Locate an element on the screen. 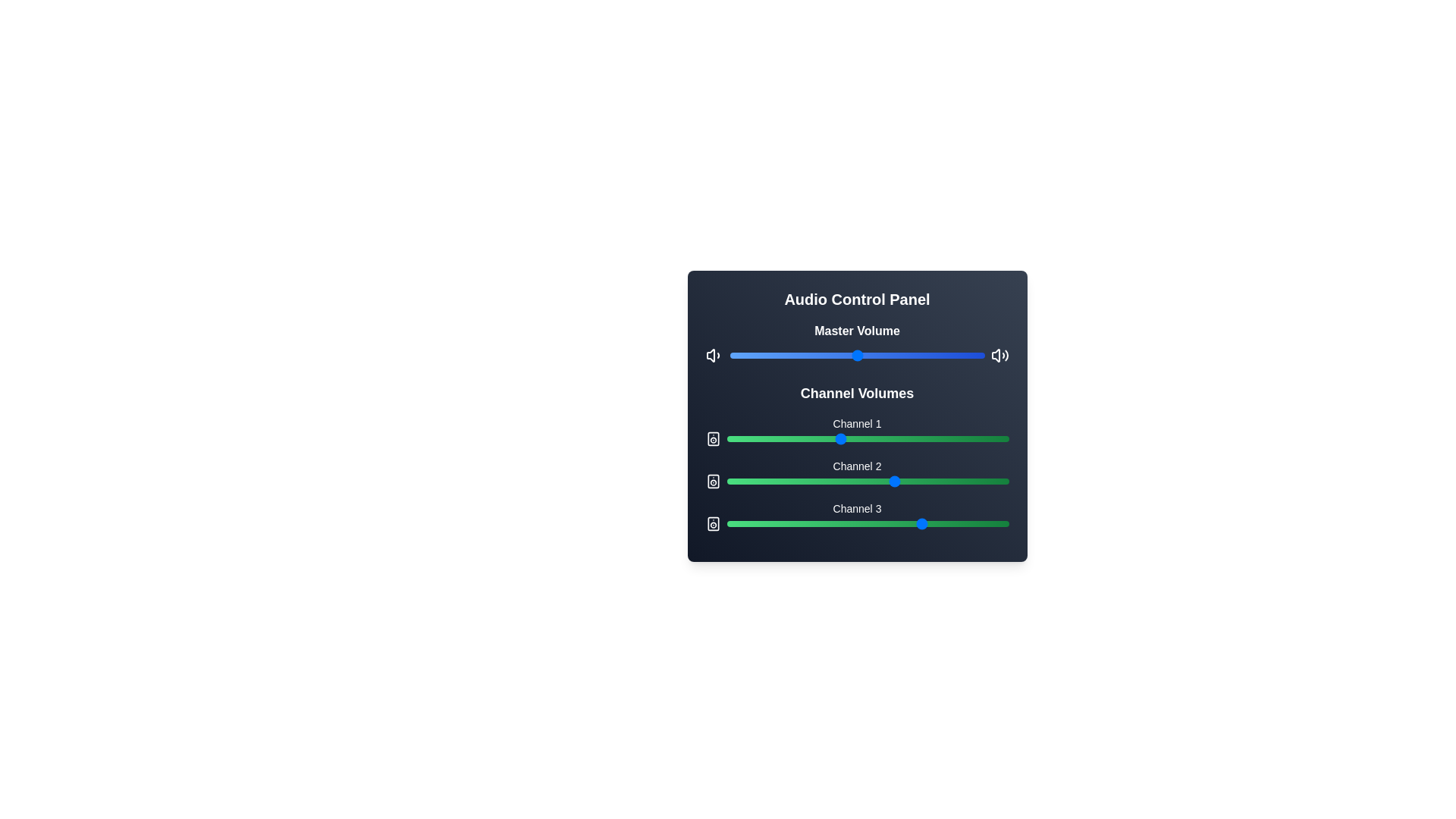 This screenshot has height=819, width=1456. the 'Channel 3' volume slider is located at coordinates (1000, 519).